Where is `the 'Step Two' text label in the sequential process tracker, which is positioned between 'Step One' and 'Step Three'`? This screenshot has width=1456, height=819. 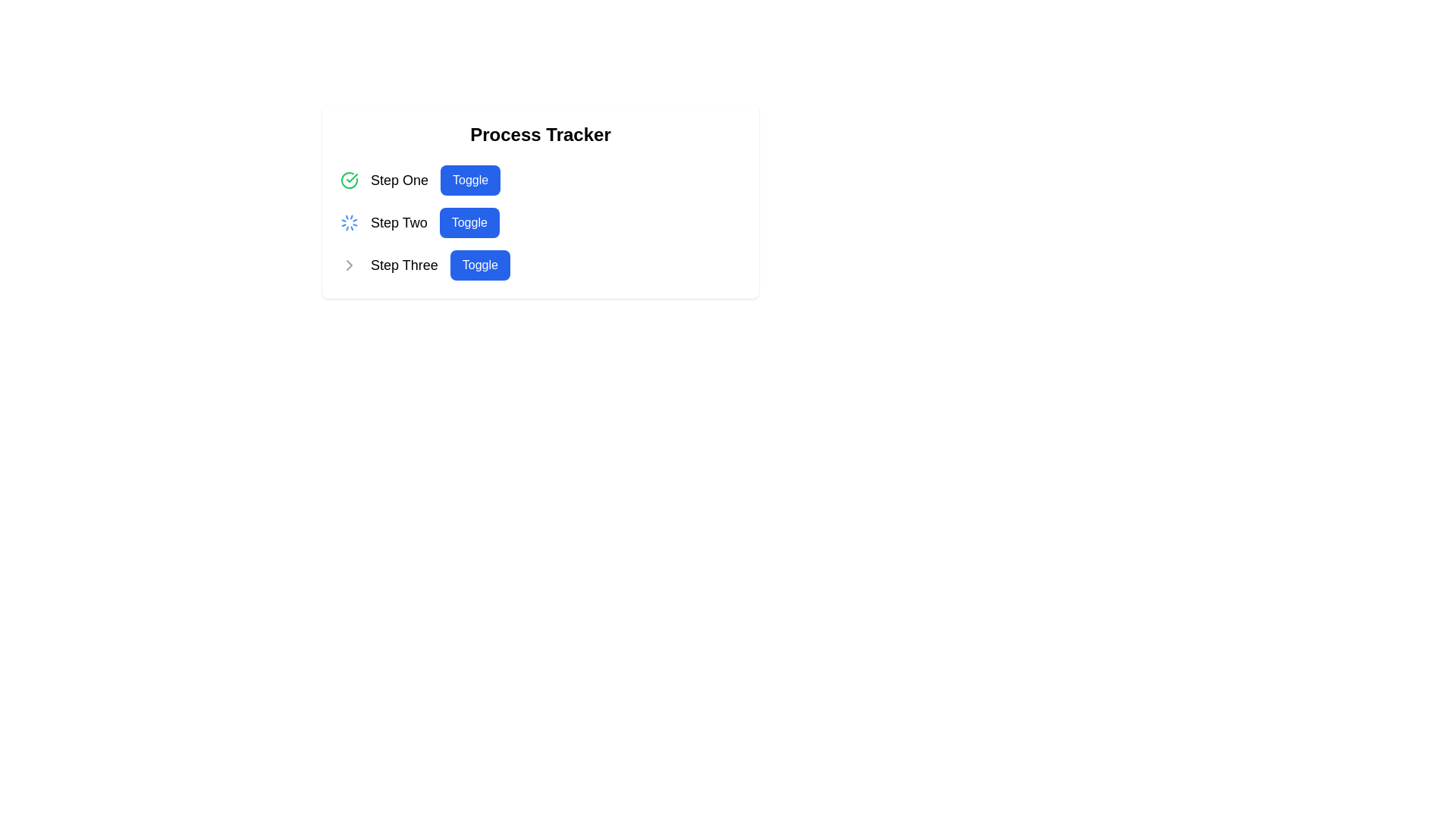
the 'Step Two' text label in the sequential process tracker, which is positioned between 'Step One' and 'Step Three' is located at coordinates (399, 222).